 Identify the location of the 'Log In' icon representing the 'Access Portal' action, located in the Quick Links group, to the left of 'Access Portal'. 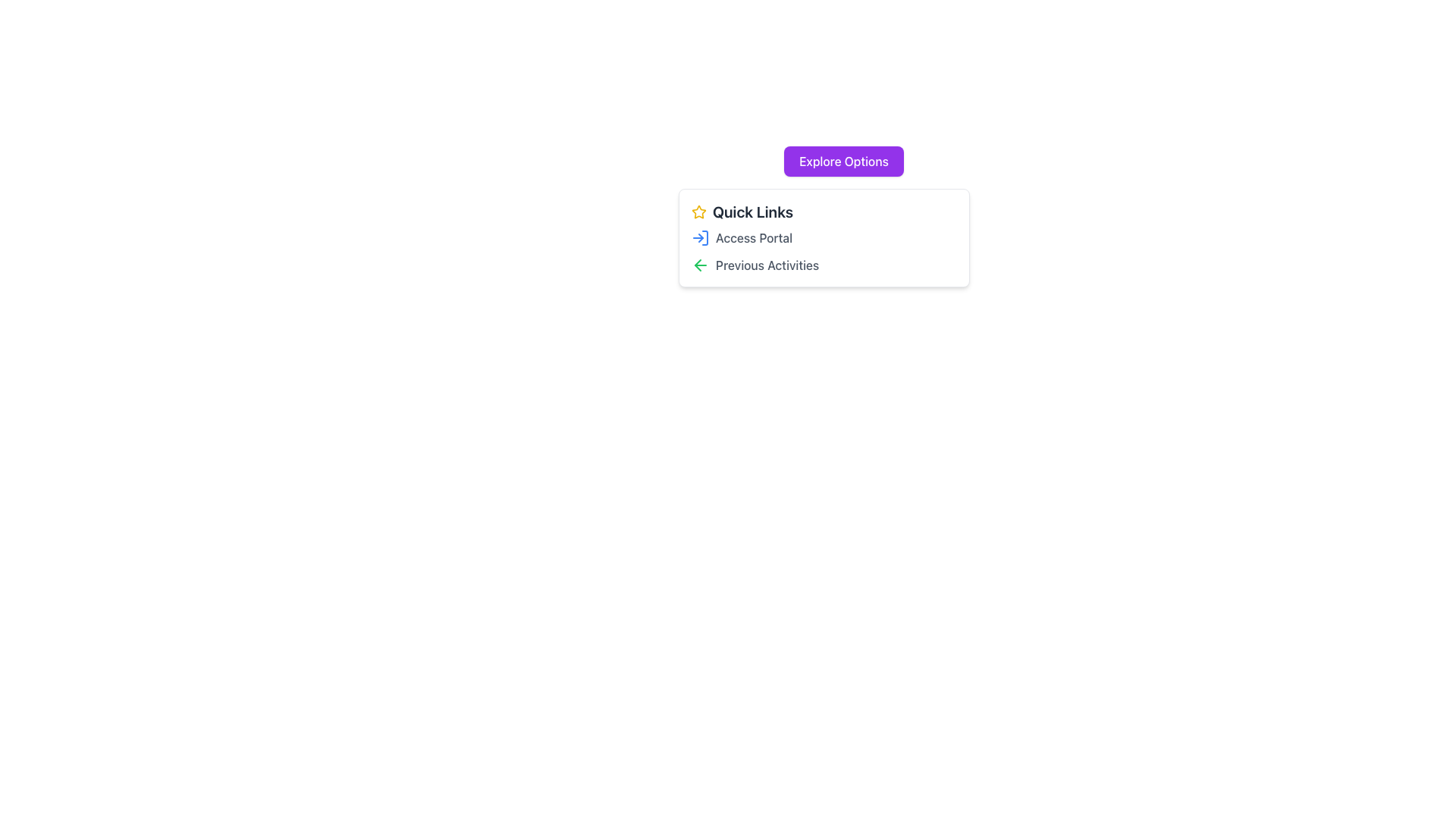
(700, 237).